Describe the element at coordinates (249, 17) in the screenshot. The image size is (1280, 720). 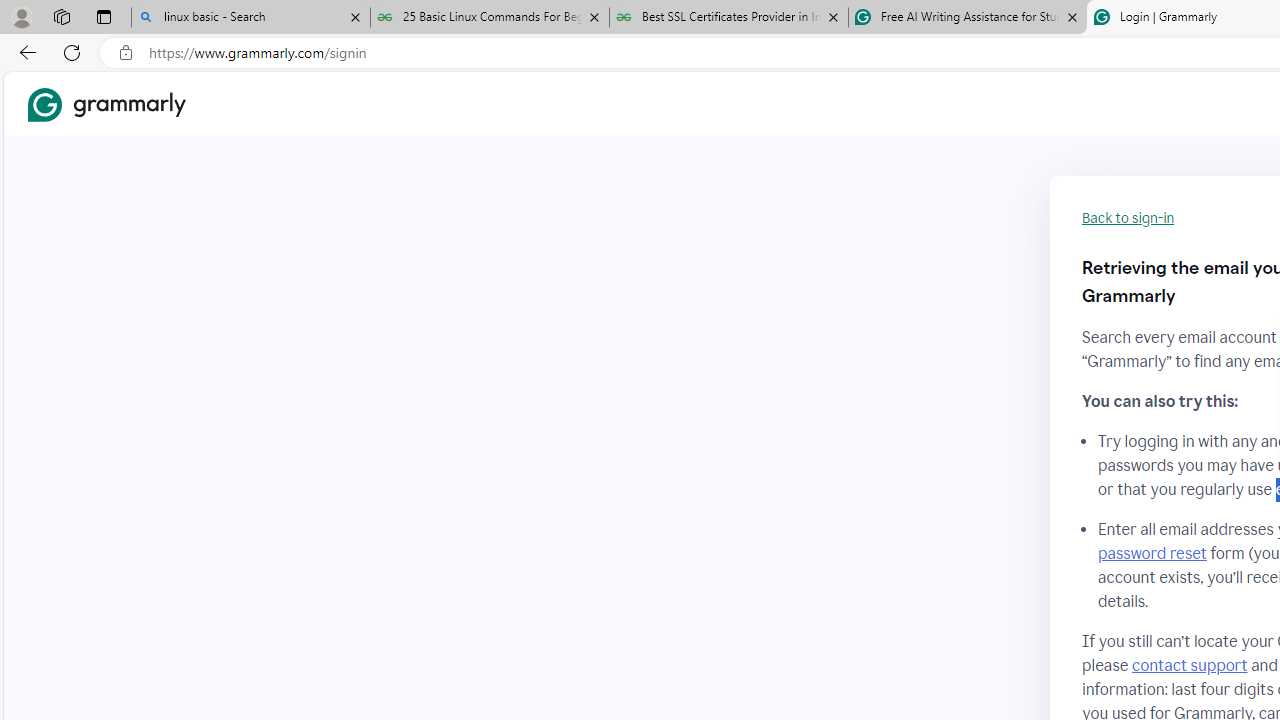
I see `'linux basic - Search'` at that location.